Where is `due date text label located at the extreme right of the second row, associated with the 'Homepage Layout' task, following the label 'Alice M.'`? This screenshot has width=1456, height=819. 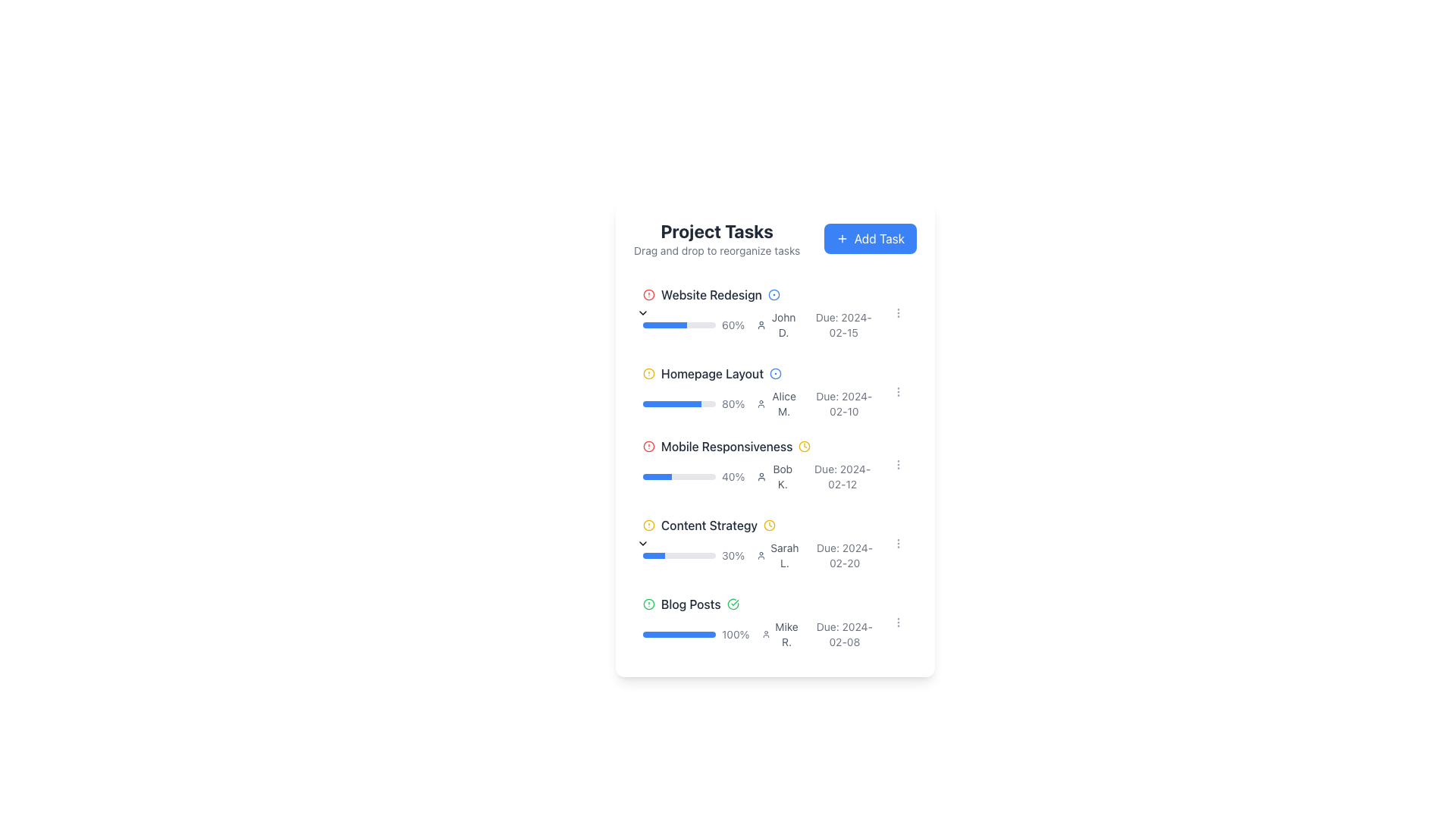
due date text label located at the extreme right of the second row, associated with the 'Homepage Layout' task, following the label 'Alice M.' is located at coordinates (843, 403).